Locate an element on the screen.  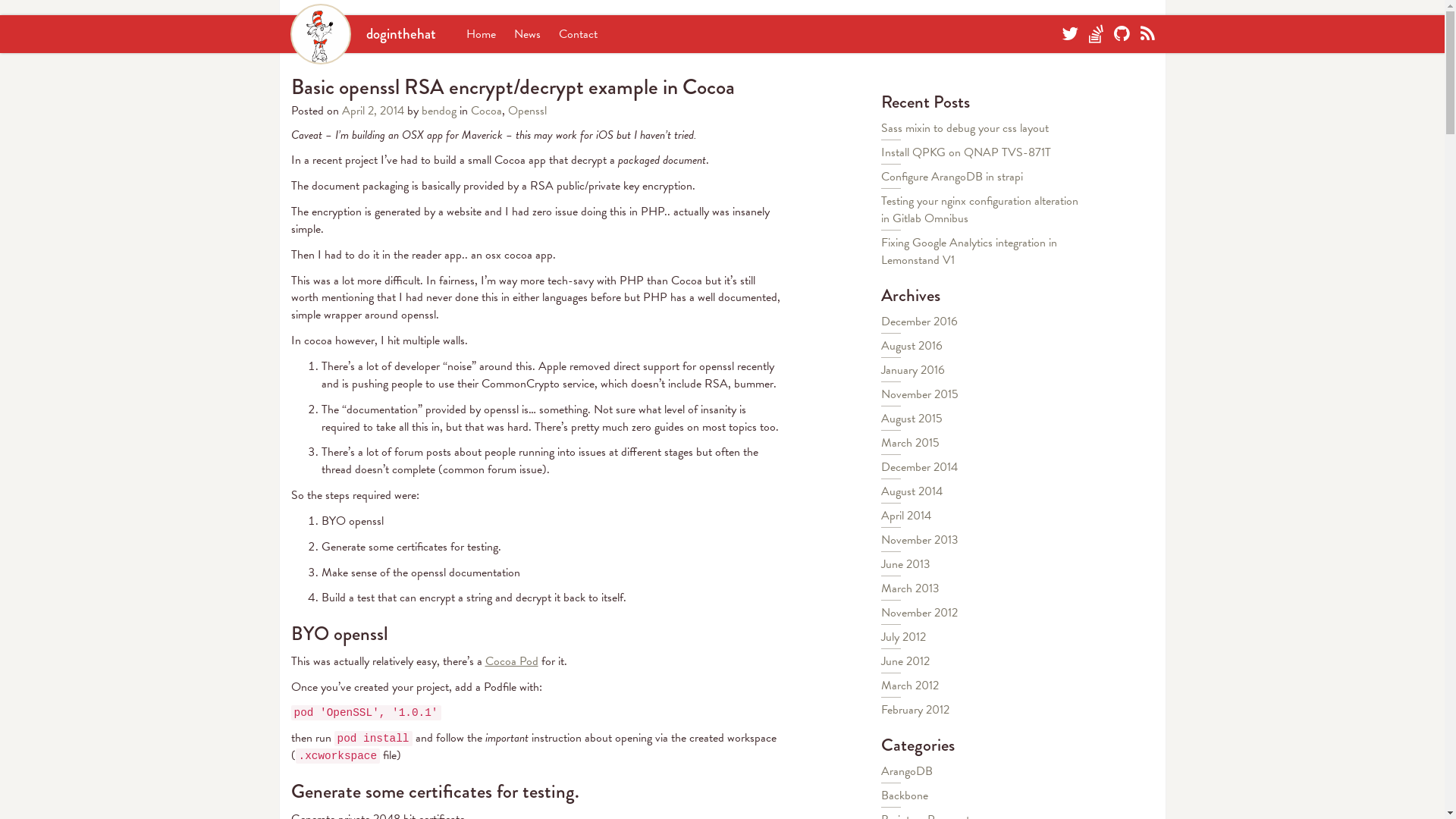
'Fixing Google Analytics integration in Lemonstand V1' is located at coordinates (880, 250).